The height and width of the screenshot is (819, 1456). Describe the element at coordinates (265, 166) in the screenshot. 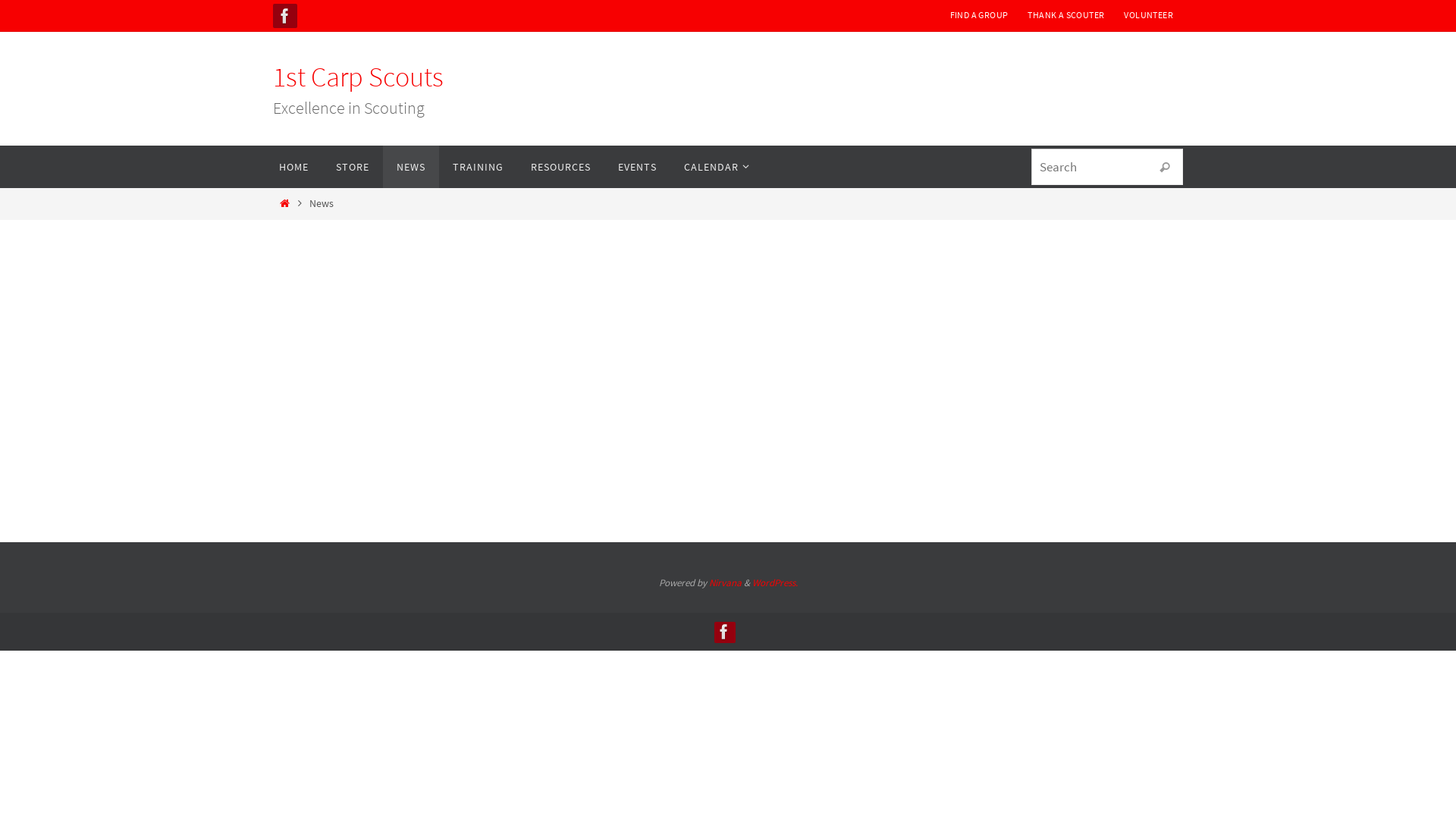

I see `'HOME'` at that location.